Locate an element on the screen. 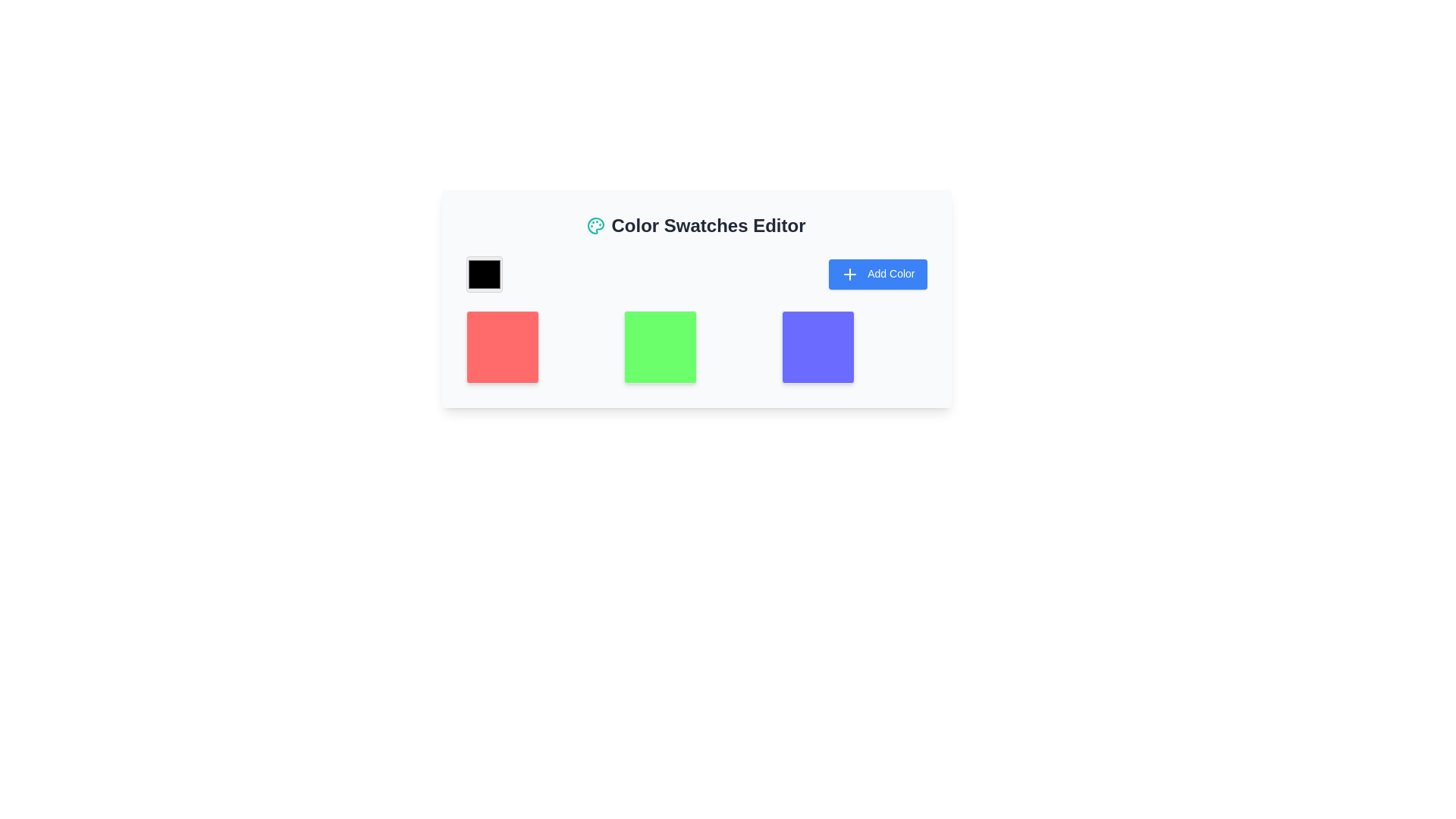 Image resolution: width=1456 pixels, height=819 pixels. the third color swatch in the palette editor is located at coordinates (854, 347).